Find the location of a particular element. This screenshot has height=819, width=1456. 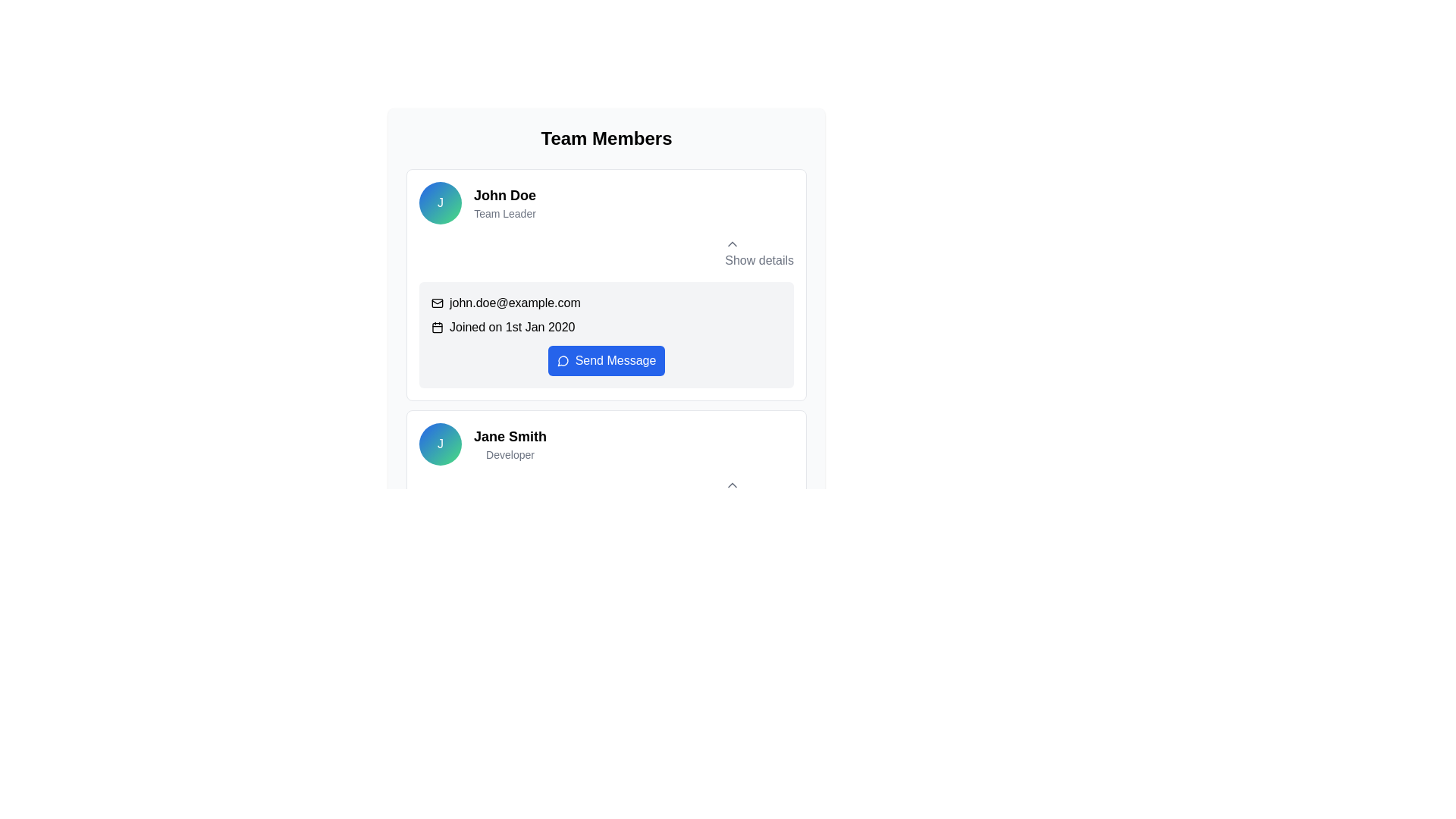

the calendar icon that visually indicates the joining date, located at the beginning of the text 'Joined on 1st Jan 2020.' is located at coordinates (436, 327).